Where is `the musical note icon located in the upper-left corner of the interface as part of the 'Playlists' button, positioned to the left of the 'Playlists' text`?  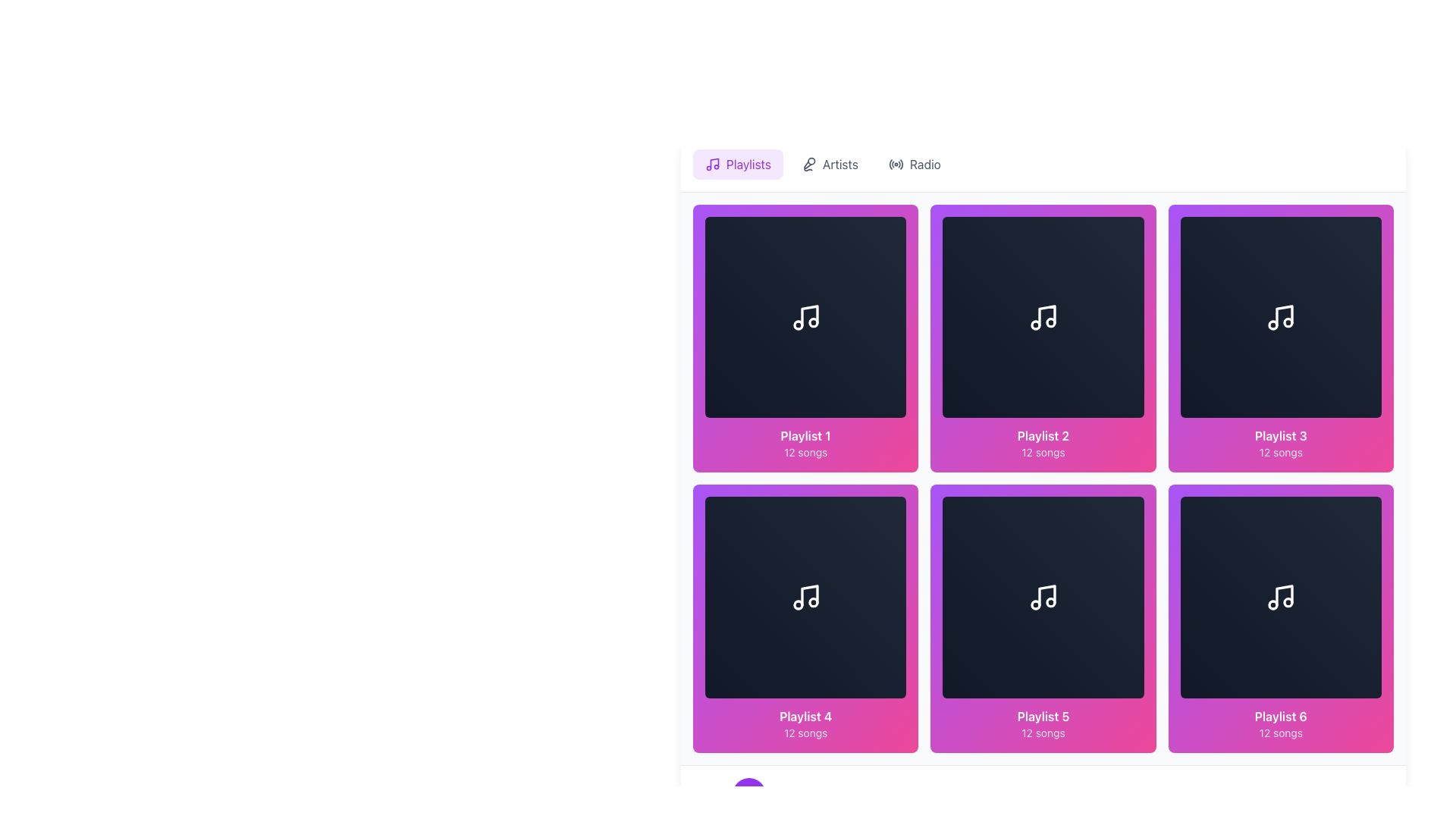
the musical note icon located in the upper-left corner of the interface as part of the 'Playlists' button, positioned to the left of the 'Playlists' text is located at coordinates (712, 164).